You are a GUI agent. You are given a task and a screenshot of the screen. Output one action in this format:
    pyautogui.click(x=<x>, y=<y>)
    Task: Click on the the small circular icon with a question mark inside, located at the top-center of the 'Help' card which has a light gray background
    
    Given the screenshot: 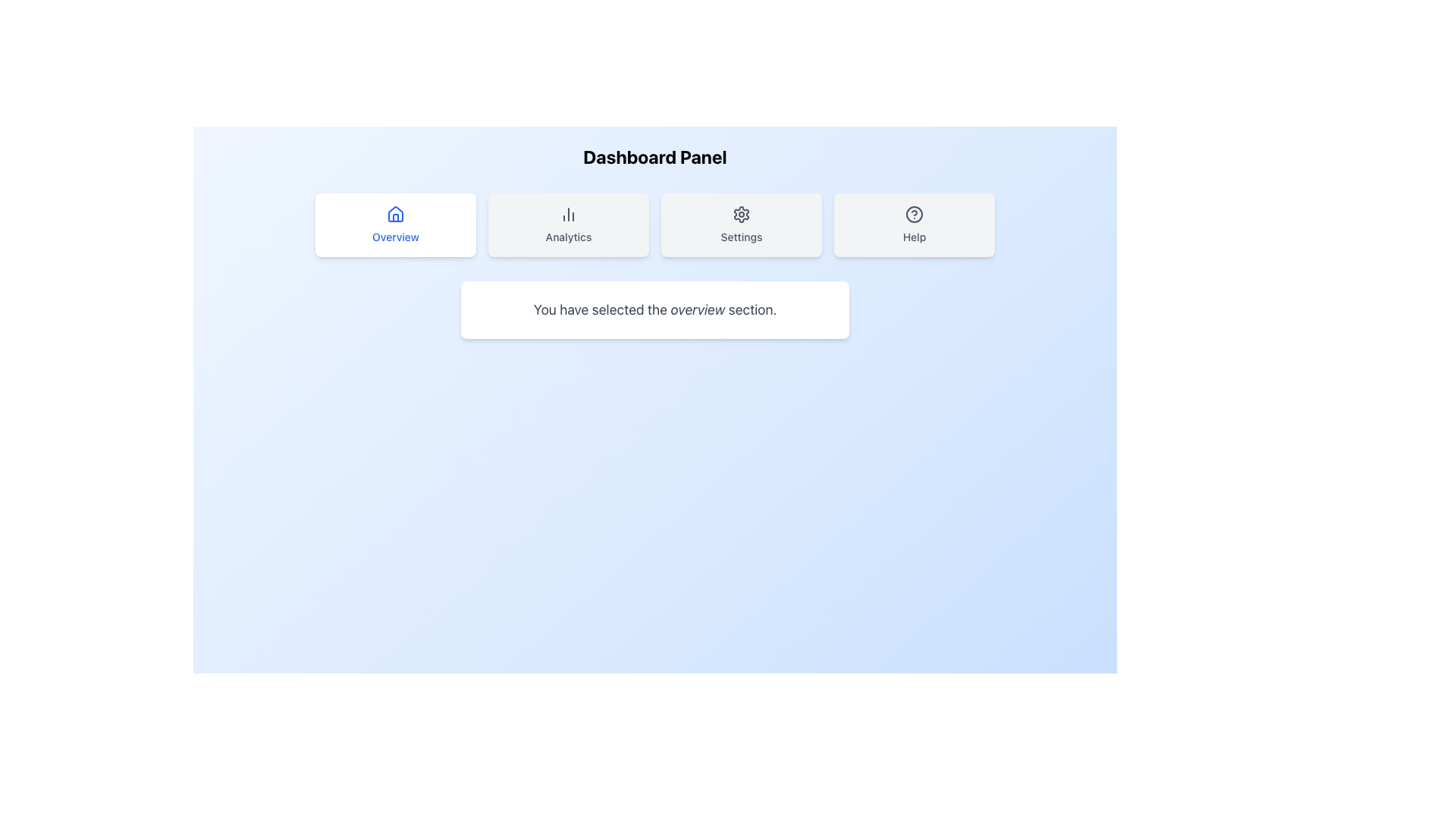 What is the action you would take?
    pyautogui.click(x=913, y=214)
    